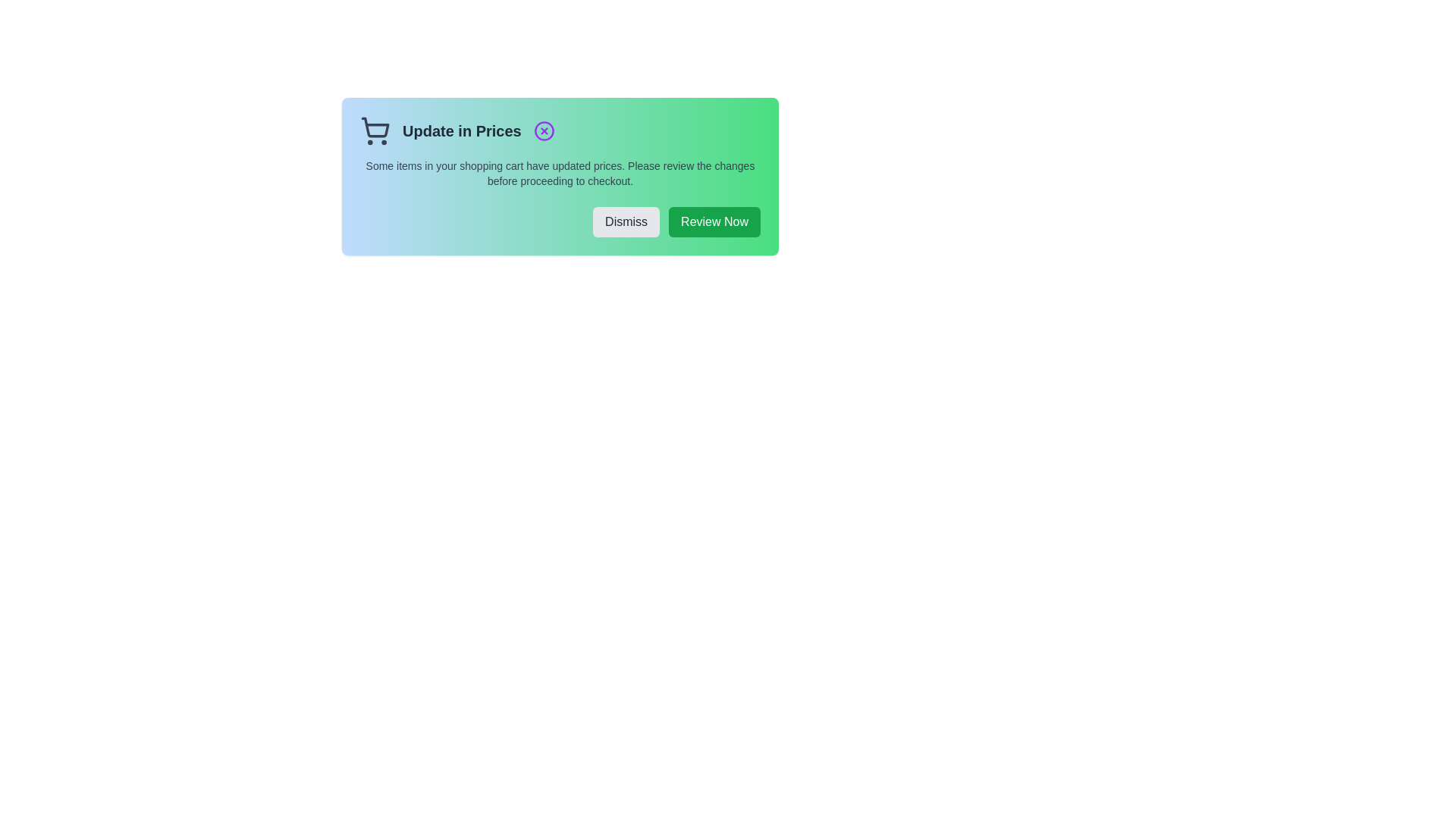 The image size is (1456, 819). Describe the element at coordinates (626, 222) in the screenshot. I see `the 'Dismiss' button to hide the alert` at that location.